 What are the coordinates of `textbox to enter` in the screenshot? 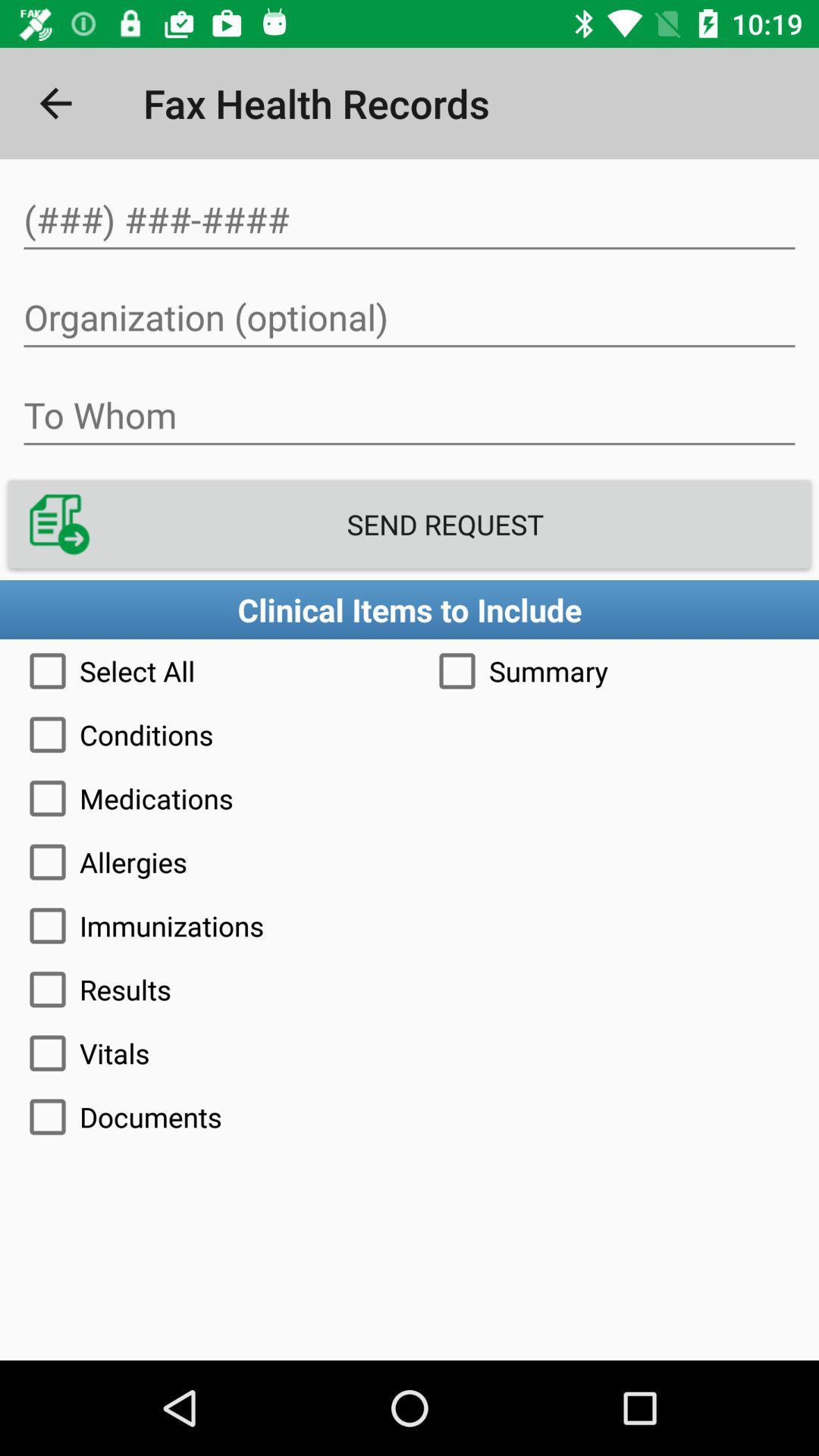 It's located at (409, 416).